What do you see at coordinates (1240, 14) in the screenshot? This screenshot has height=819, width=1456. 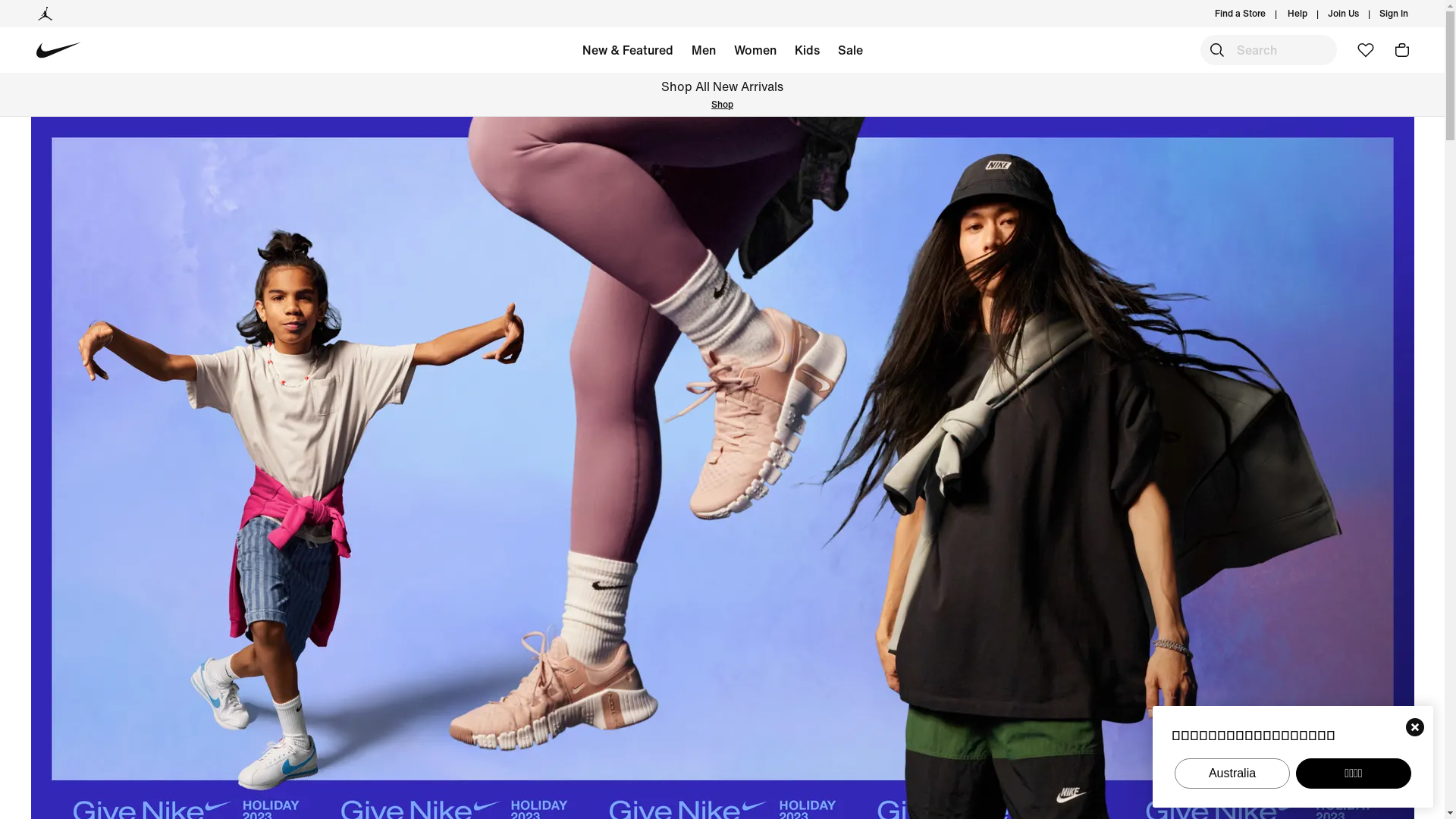 I see `'Find a Store'` at bounding box center [1240, 14].